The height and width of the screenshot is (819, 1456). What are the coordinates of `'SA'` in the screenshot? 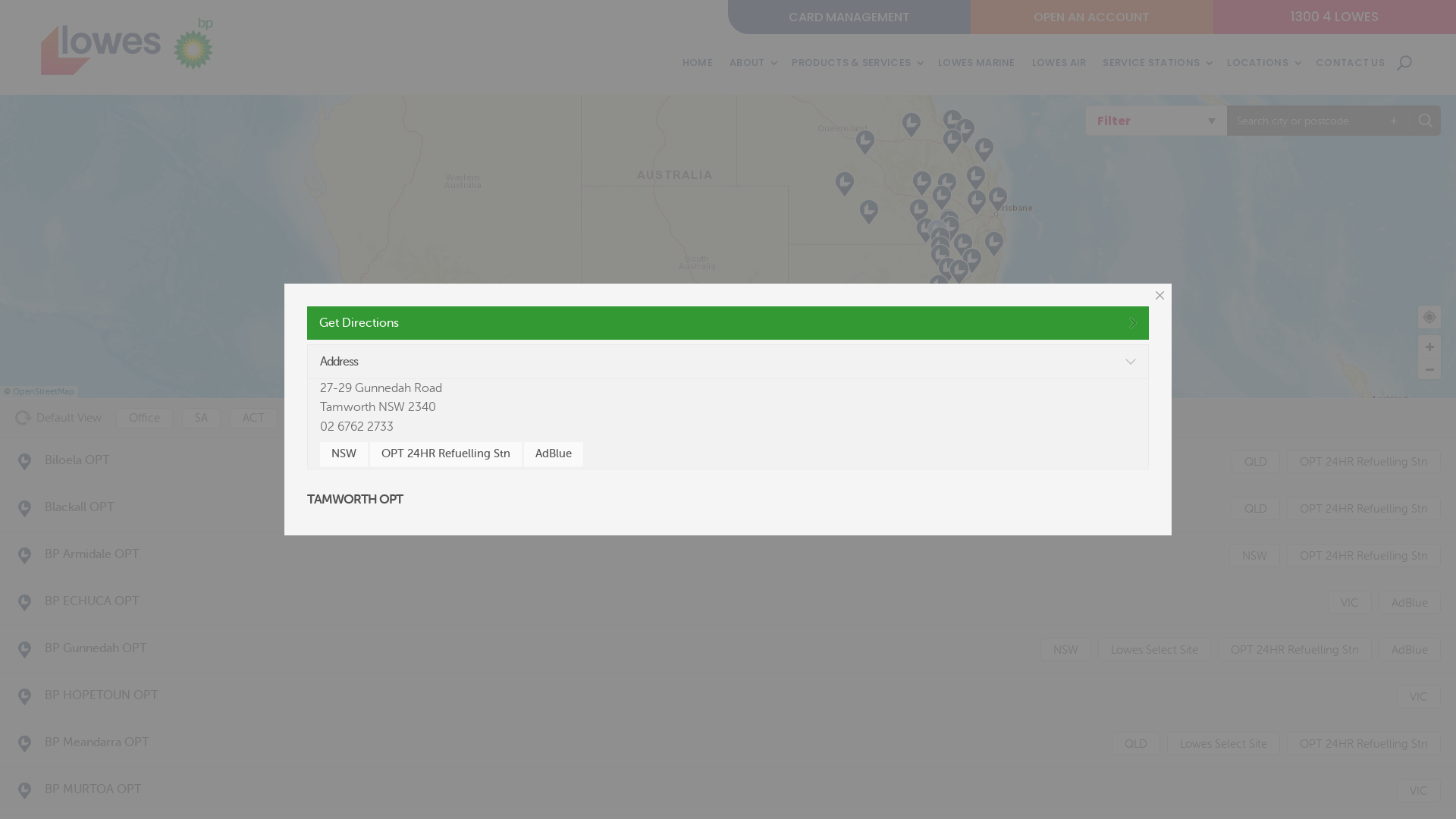 It's located at (200, 418).